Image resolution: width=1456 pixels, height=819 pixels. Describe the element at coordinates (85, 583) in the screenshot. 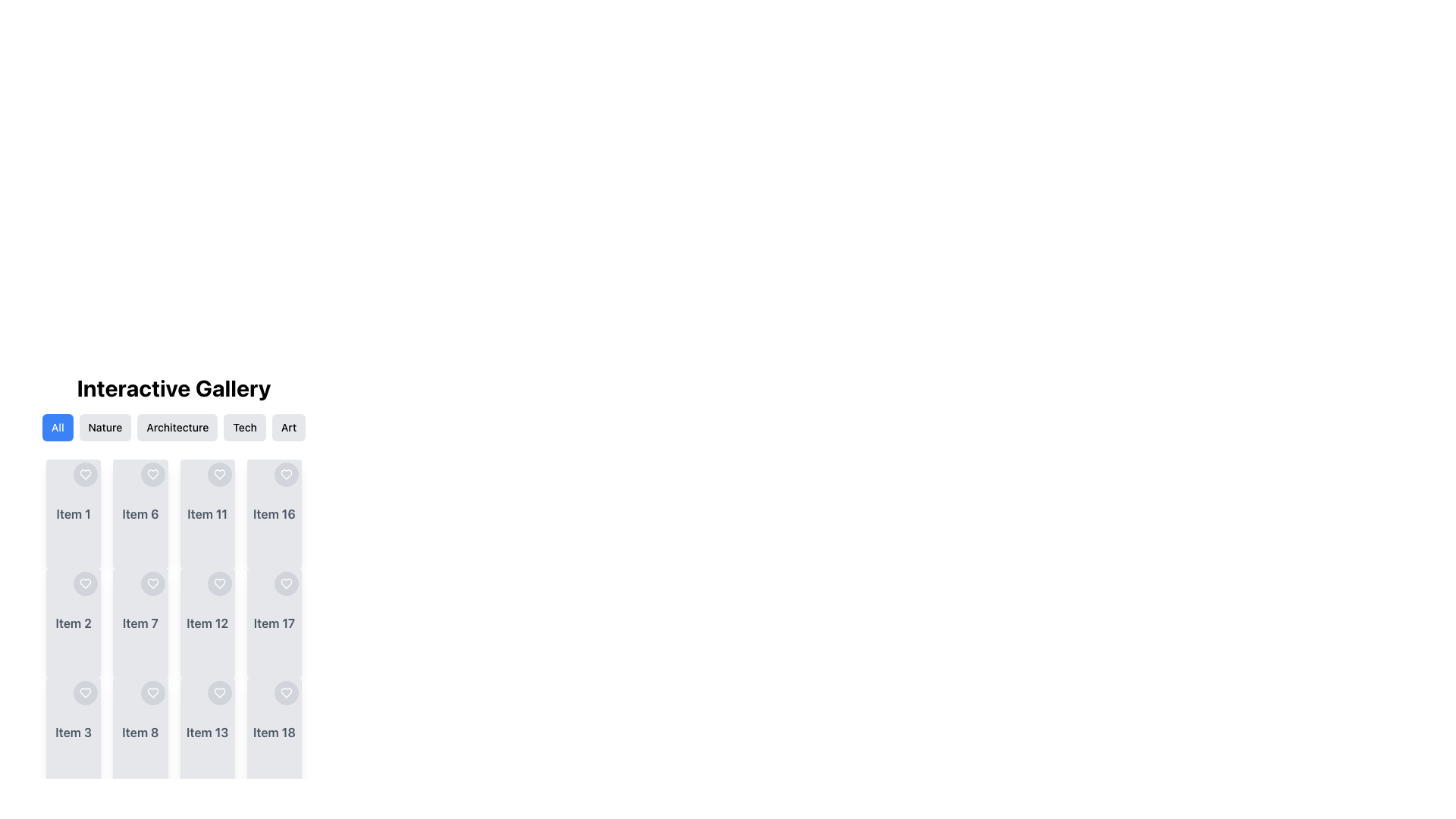

I see `the heart-shaped icon button located beneath the label 'Item 2' in the first column of the grid layout` at that location.